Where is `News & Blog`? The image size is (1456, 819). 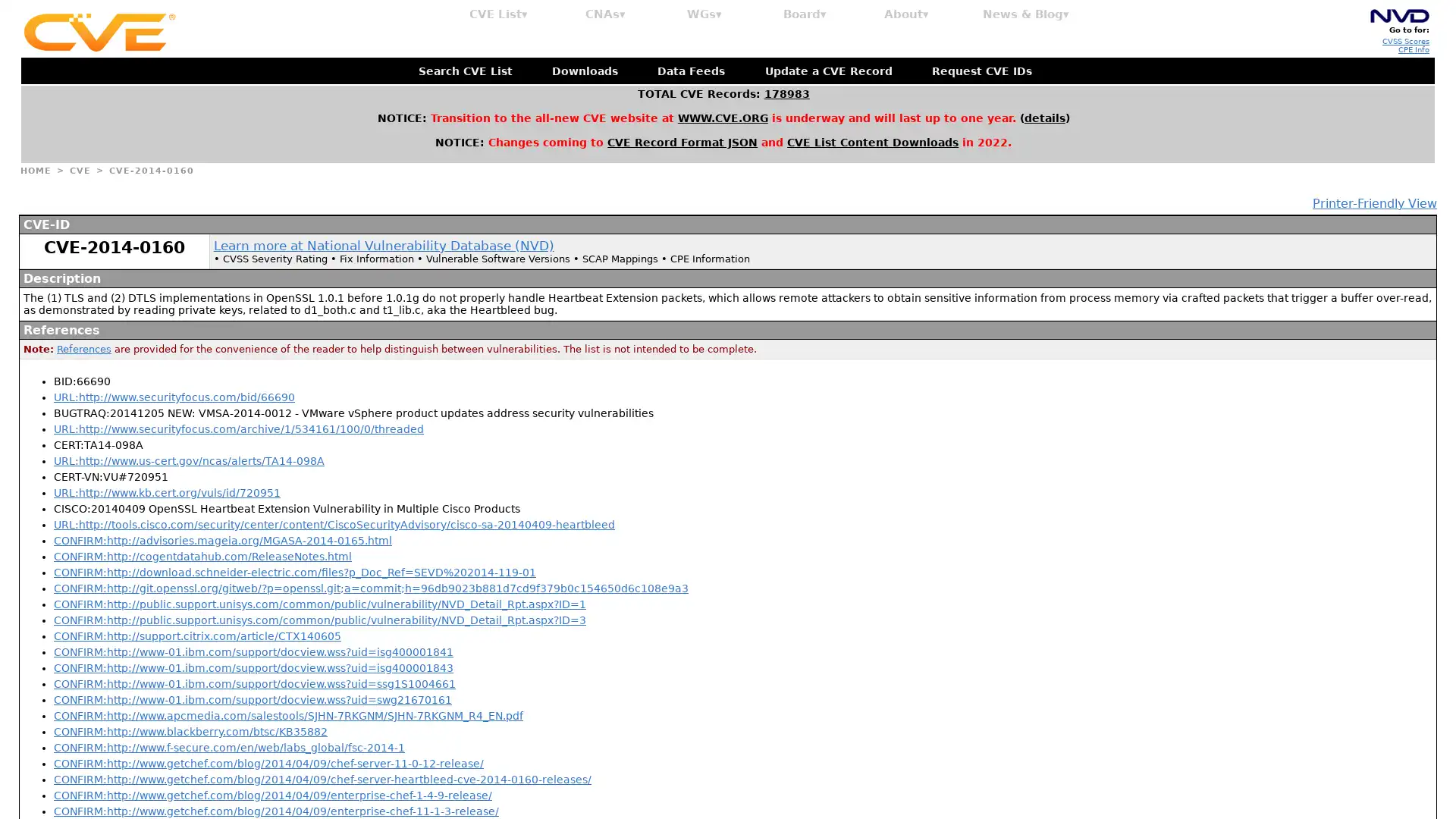
News & Blog is located at coordinates (1026, 14).